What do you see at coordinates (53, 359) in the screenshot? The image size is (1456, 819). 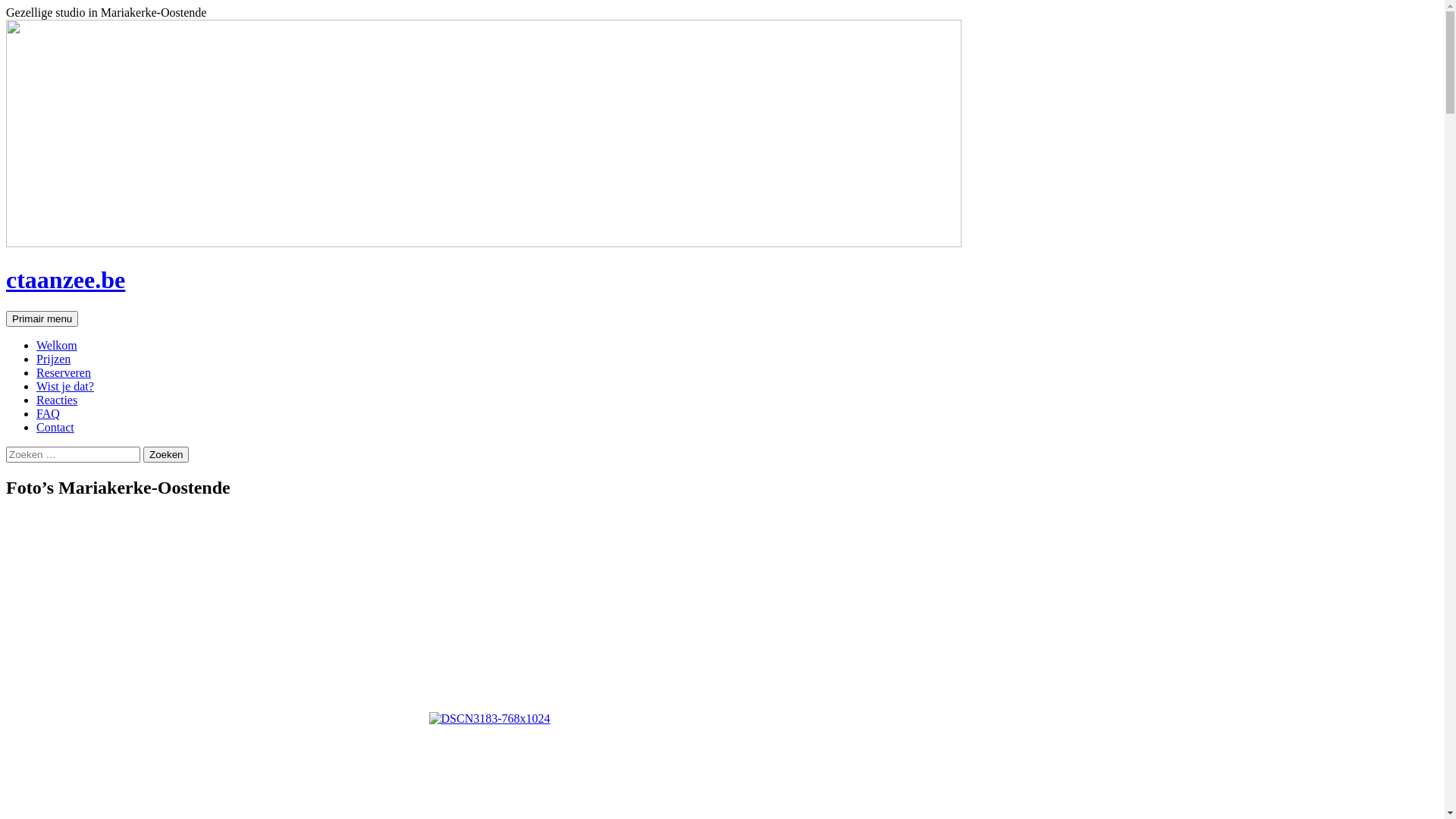 I see `'Prijzen'` at bounding box center [53, 359].